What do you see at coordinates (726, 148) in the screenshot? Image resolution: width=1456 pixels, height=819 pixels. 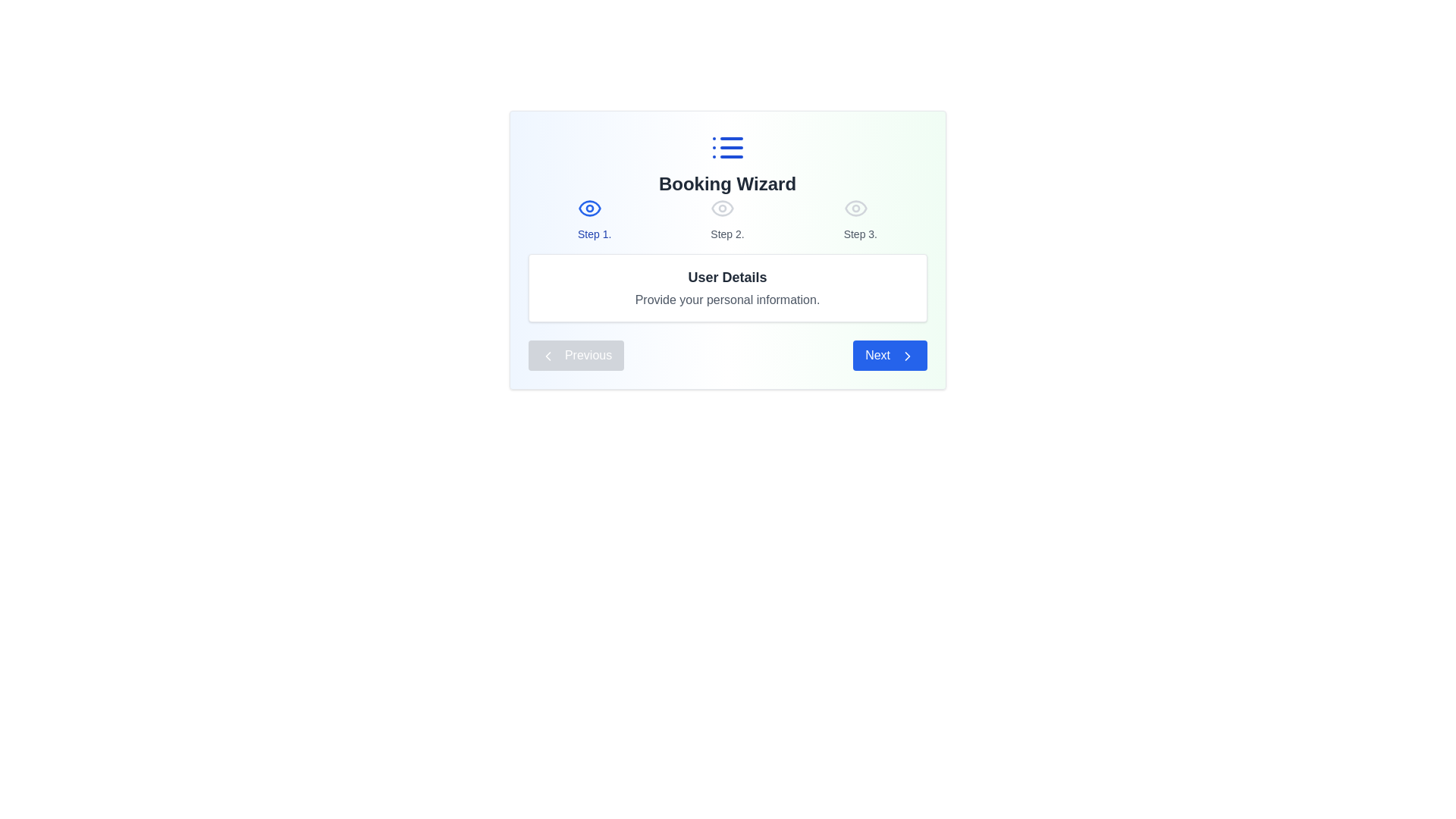 I see `the 'Booking Wizard' icon, which symbolizes a list or menu and is located at the vertical center and top of the 'Booking Wizard' section` at bounding box center [726, 148].